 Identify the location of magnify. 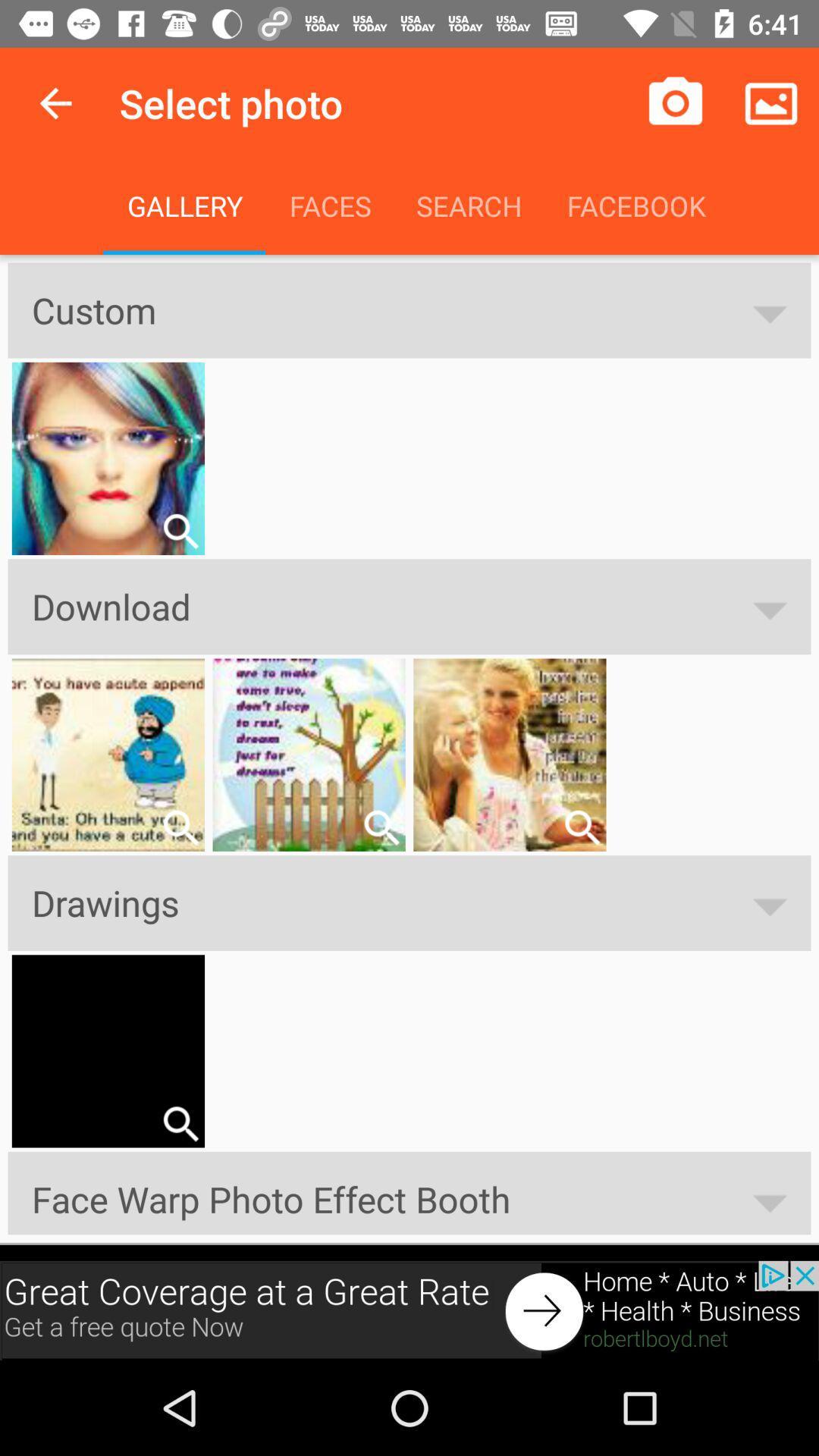
(581, 827).